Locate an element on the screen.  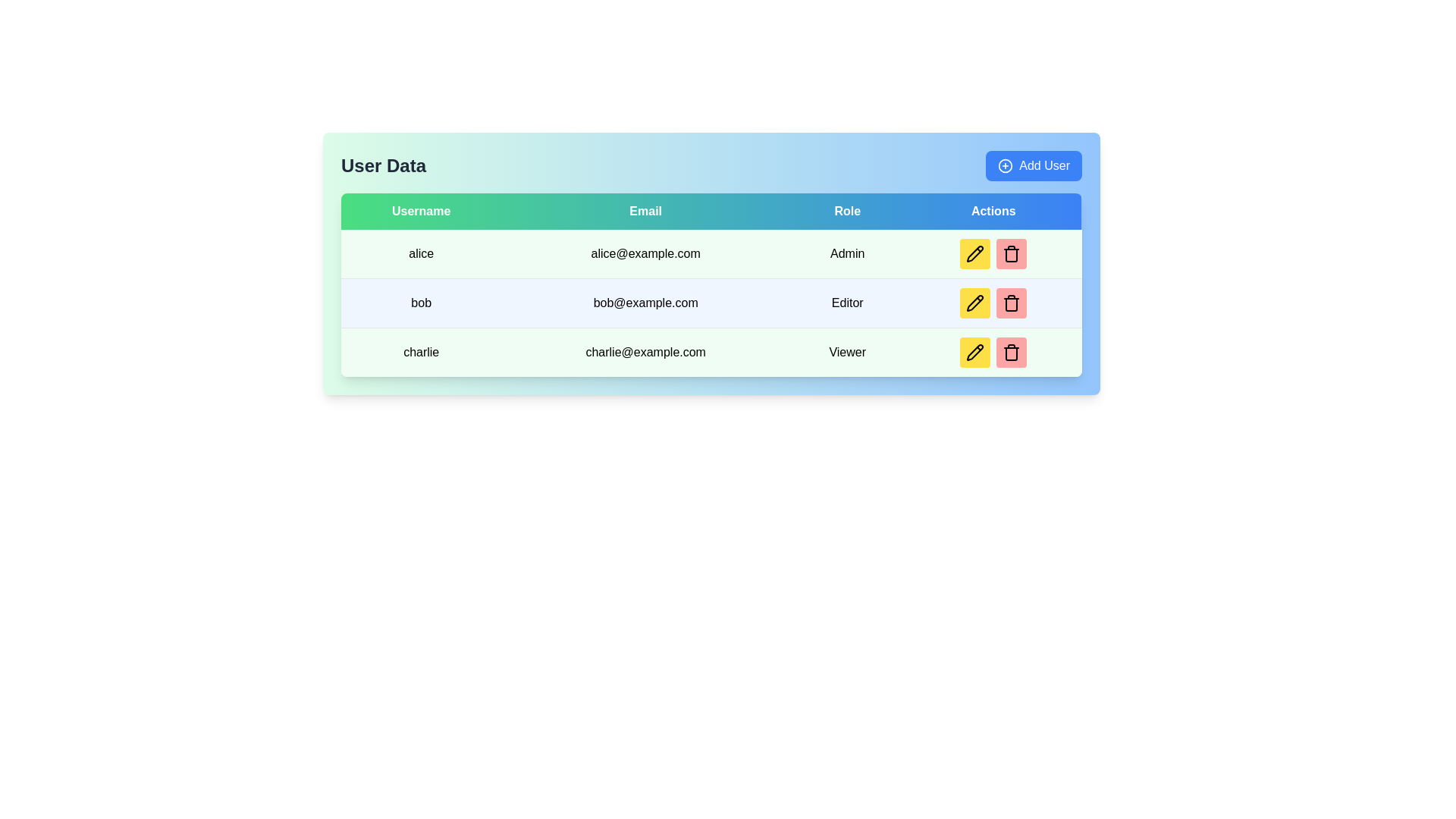
the email address display 'alice@example.com' in the table under the 'Email' column is located at coordinates (645, 253).